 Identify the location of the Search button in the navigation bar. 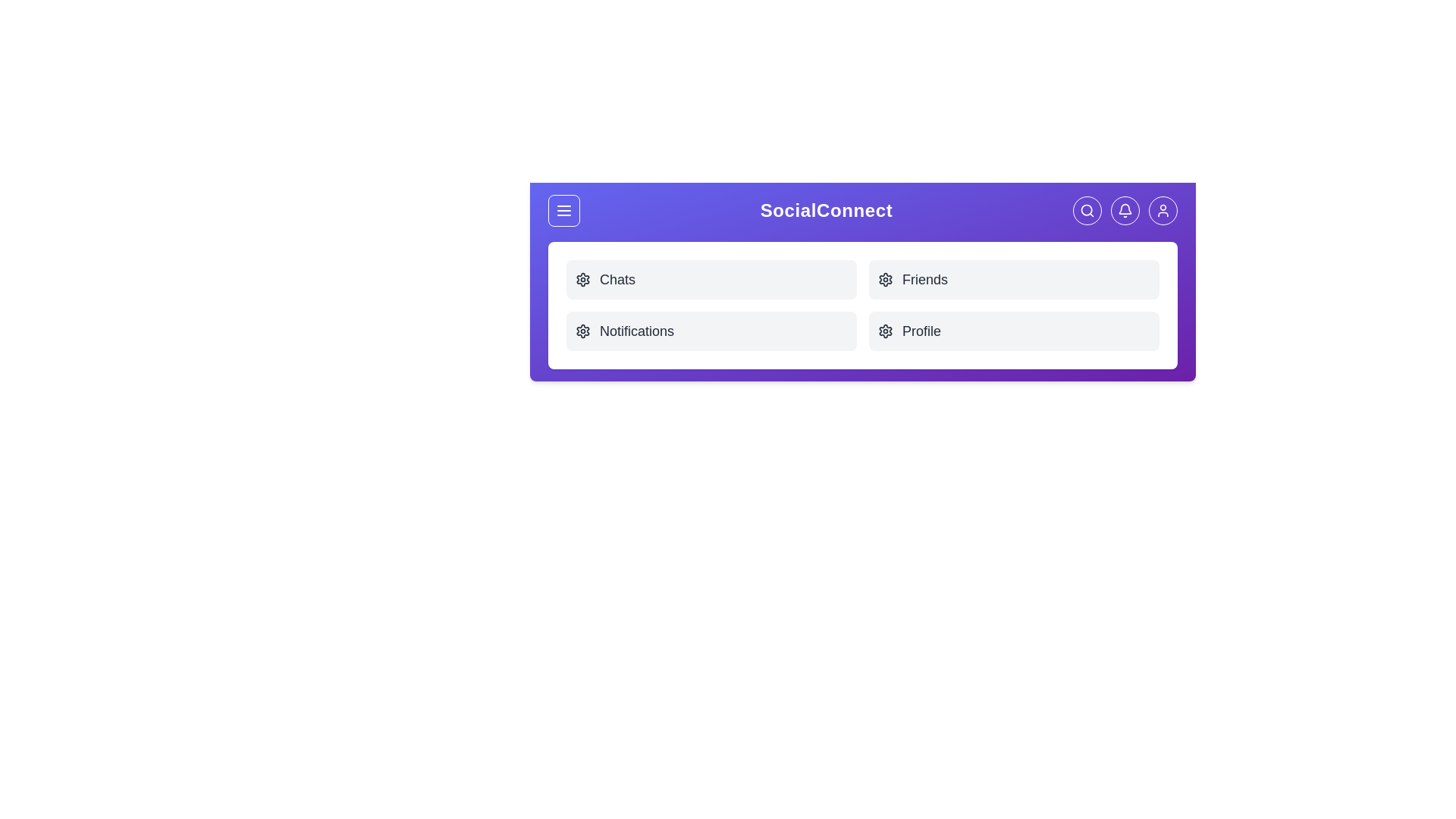
(1087, 210).